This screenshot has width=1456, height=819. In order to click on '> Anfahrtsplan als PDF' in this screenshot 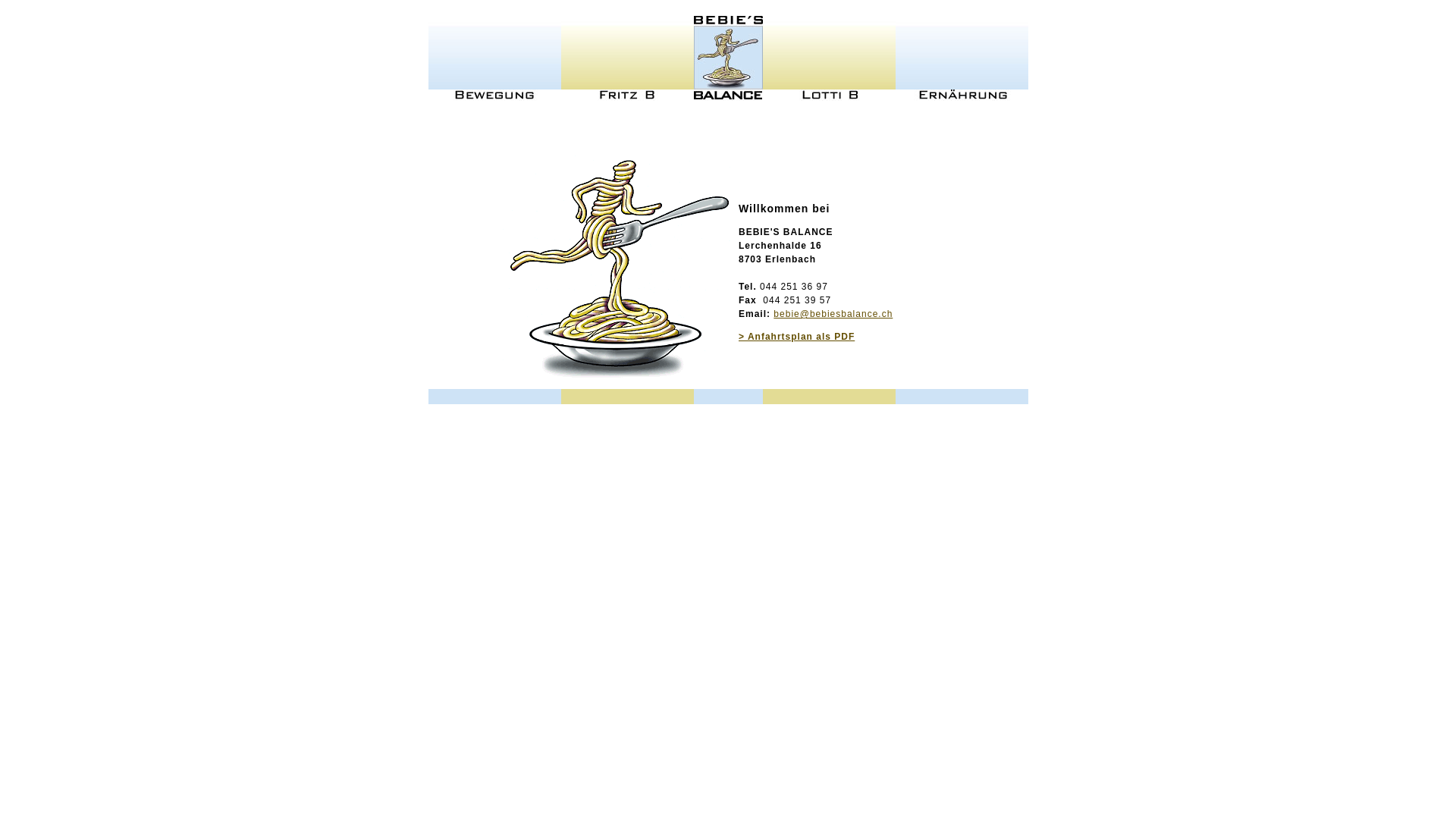, I will do `click(795, 335)`.